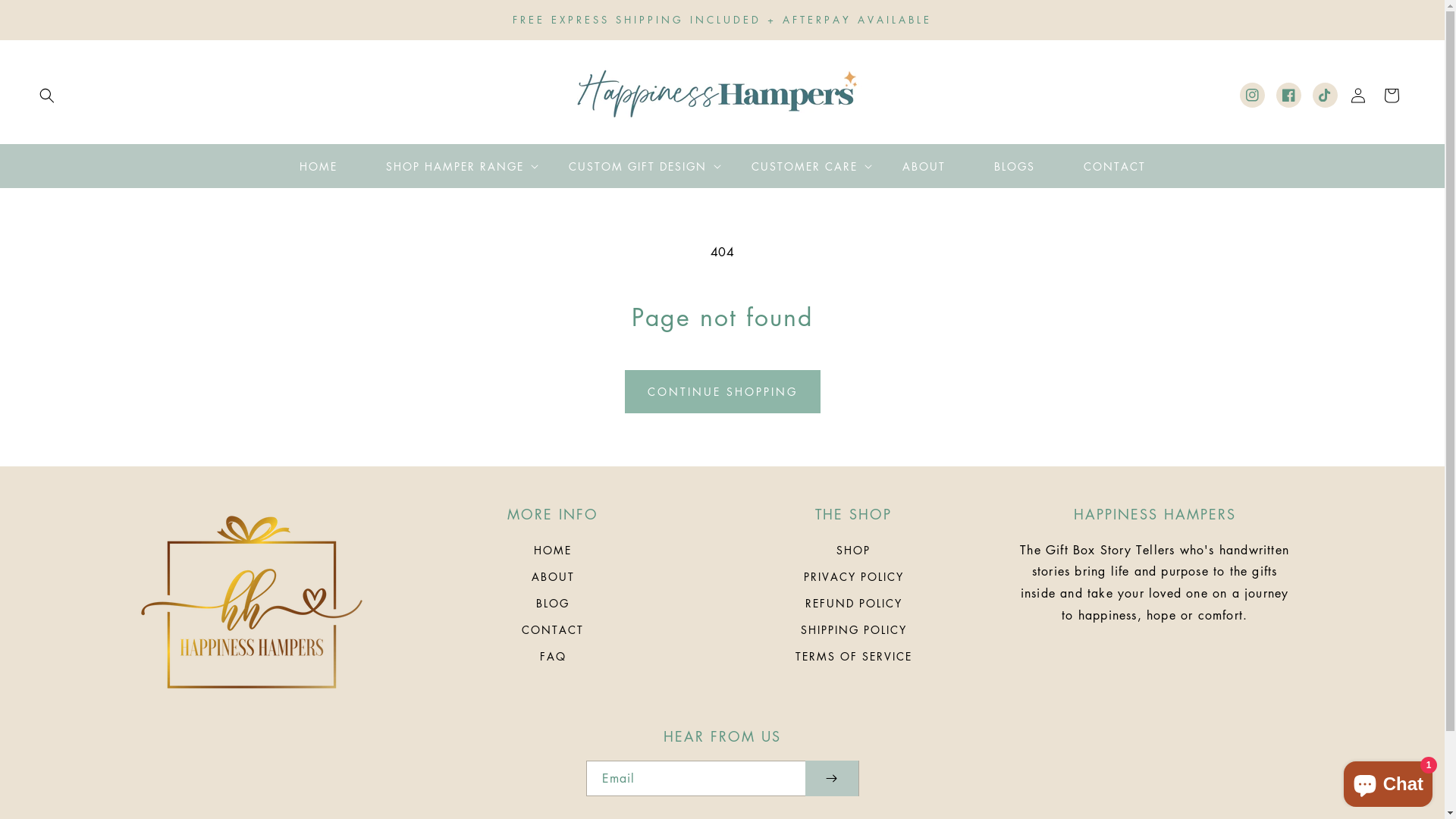 This screenshot has height=819, width=1456. What do you see at coordinates (854, 655) in the screenshot?
I see `'TERMS OF SERVICE'` at bounding box center [854, 655].